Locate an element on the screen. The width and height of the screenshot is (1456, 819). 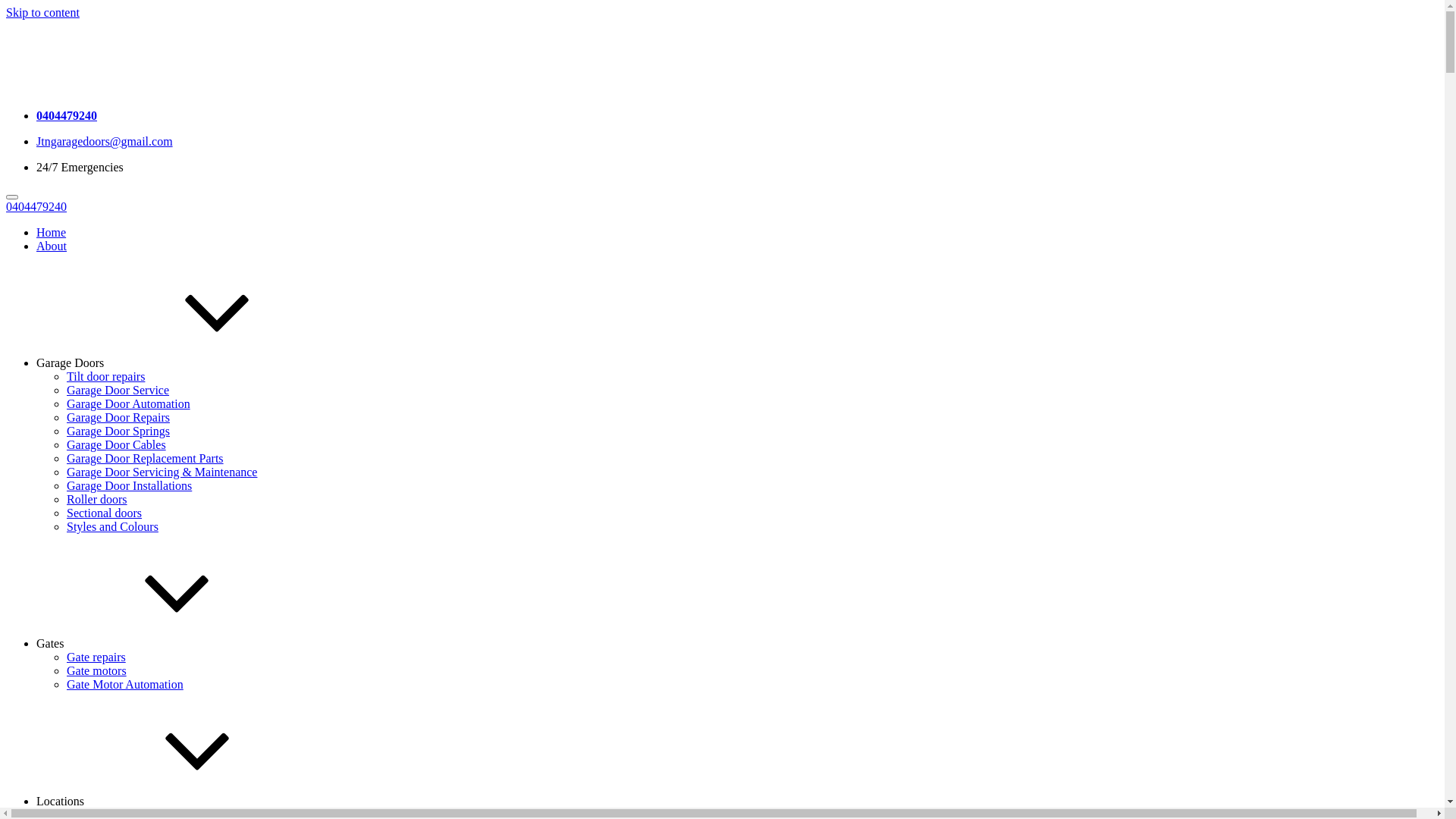
'Gate motors' is located at coordinates (96, 670).